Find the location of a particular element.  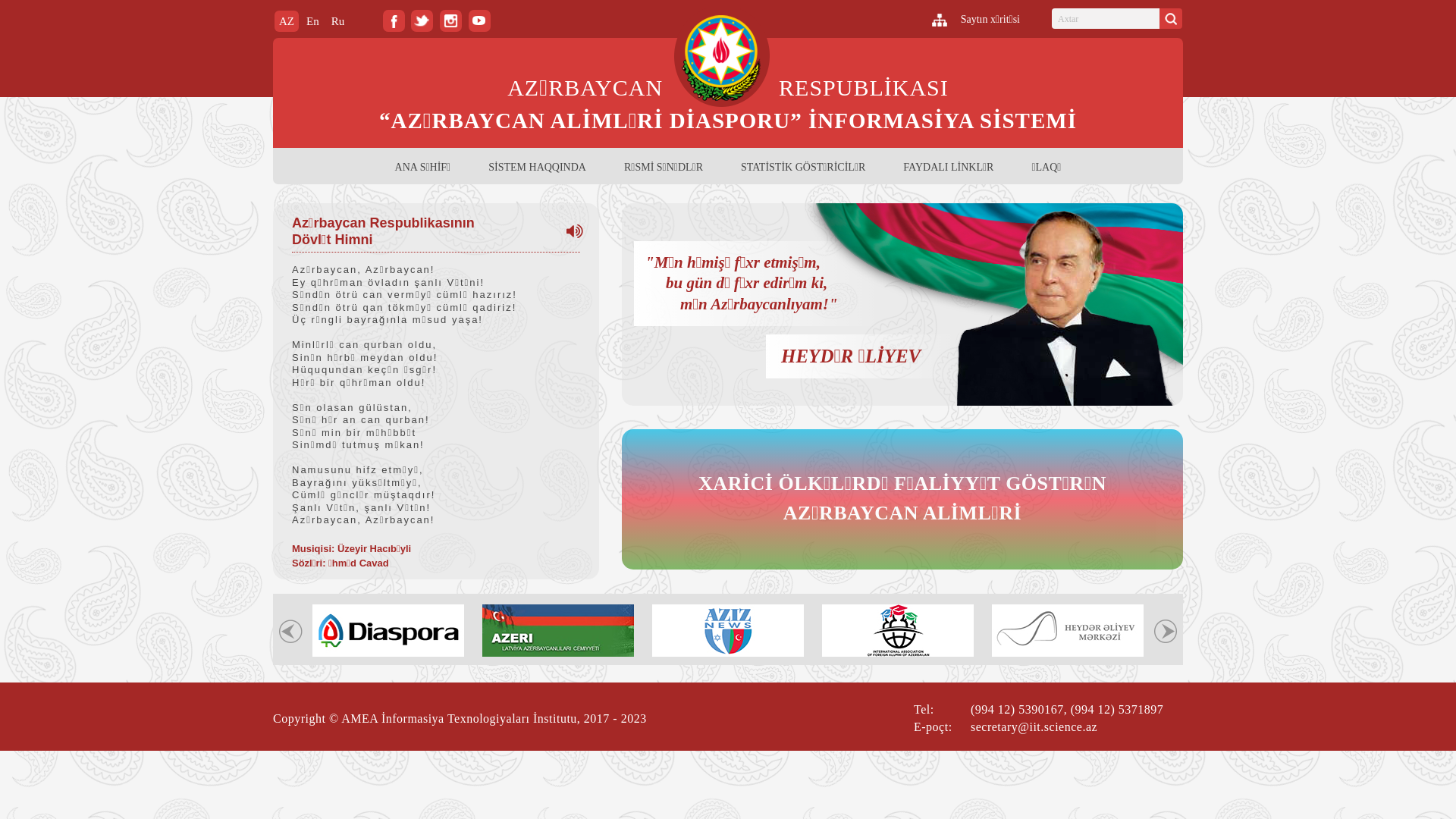

'AZ' is located at coordinates (287, 20).